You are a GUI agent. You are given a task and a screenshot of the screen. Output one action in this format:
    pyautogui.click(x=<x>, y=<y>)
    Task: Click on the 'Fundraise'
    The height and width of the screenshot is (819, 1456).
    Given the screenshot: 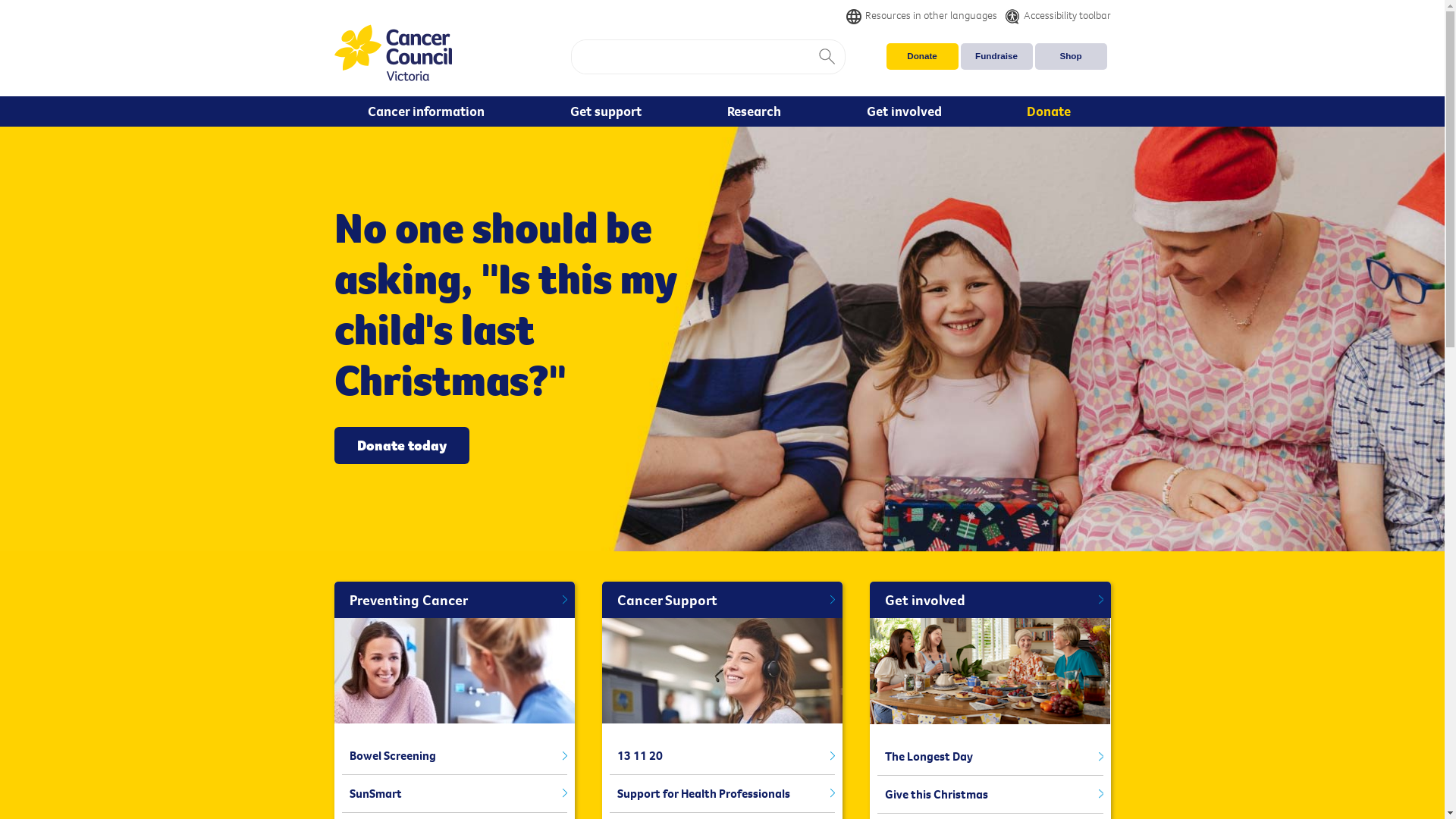 What is the action you would take?
    pyautogui.click(x=996, y=55)
    